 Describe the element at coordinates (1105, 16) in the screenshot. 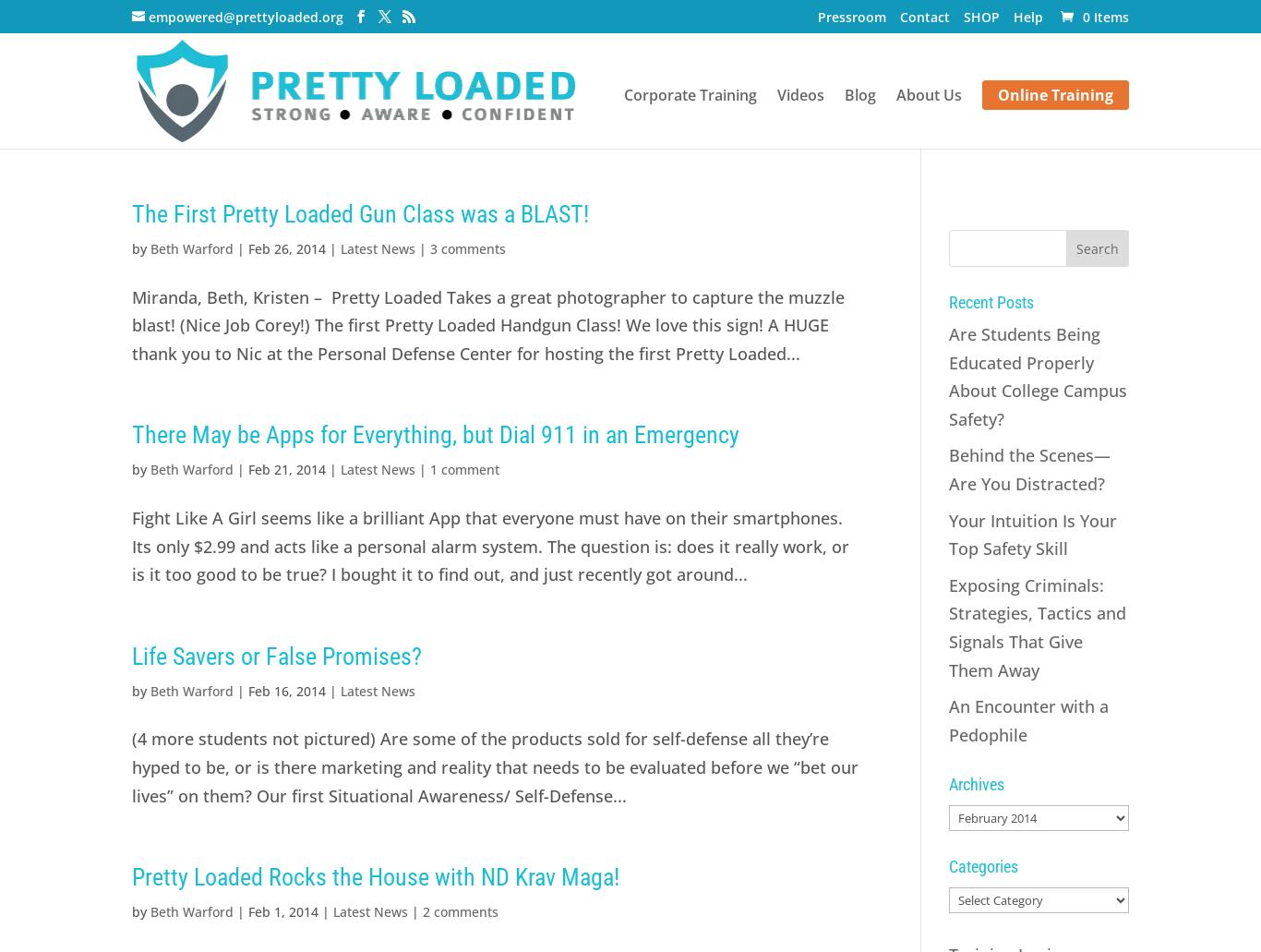

I see `'0 Items'` at that location.